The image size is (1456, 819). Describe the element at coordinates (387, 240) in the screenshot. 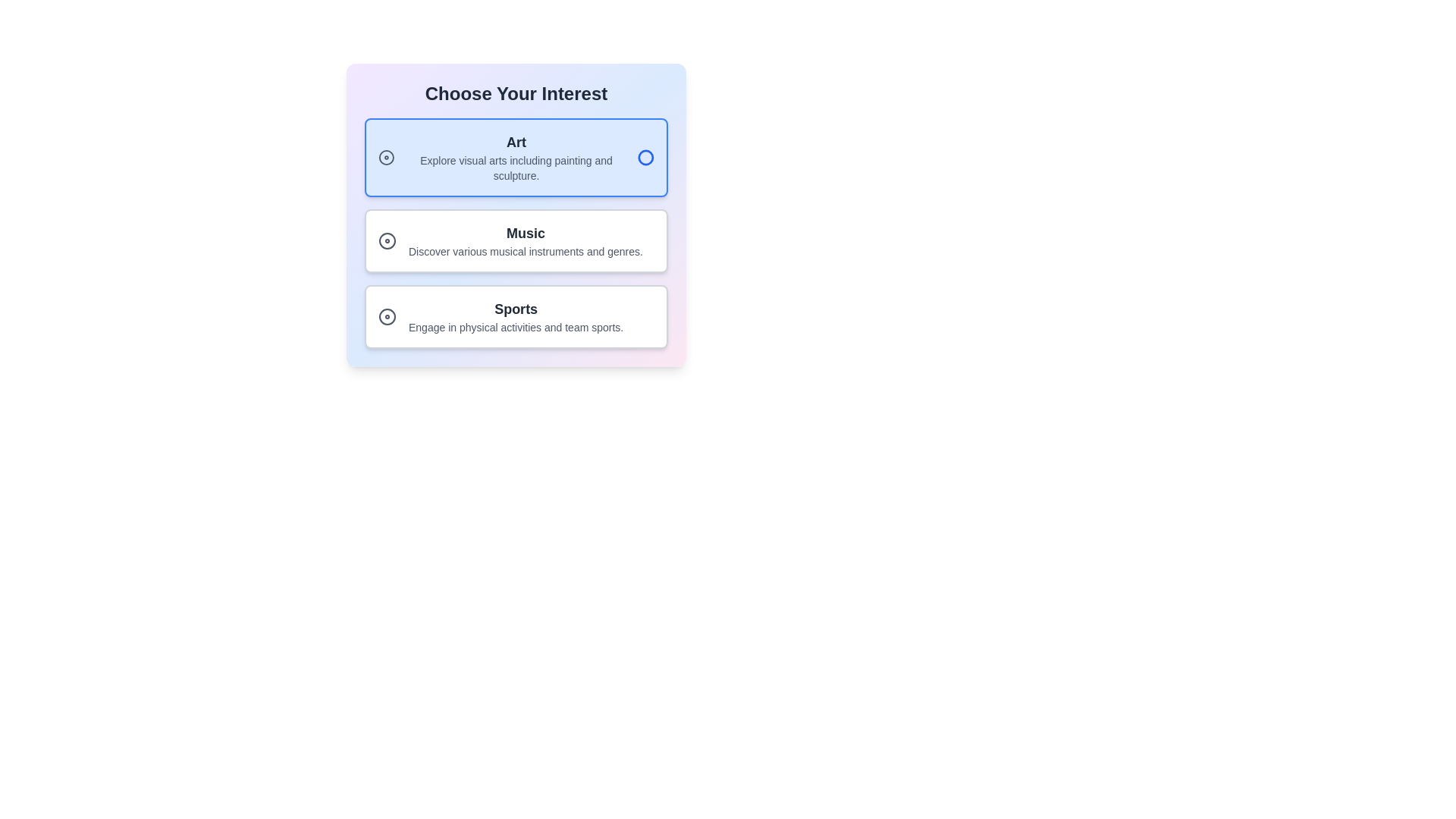

I see `the 'Music' icon located in the second card of the vertical selection list, positioned left of the text 'Music'` at that location.